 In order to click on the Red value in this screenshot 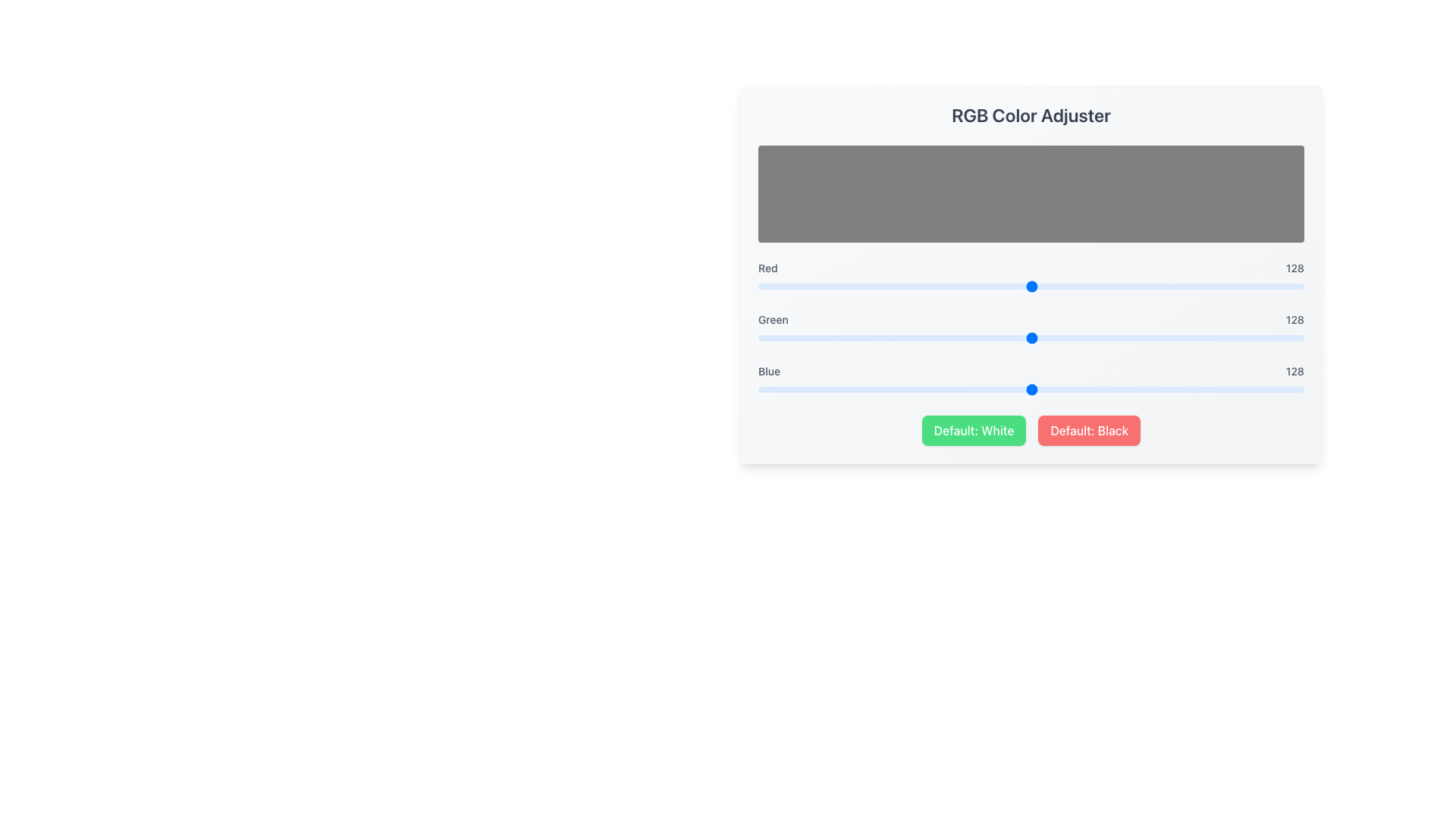, I will do `click(1207, 287)`.